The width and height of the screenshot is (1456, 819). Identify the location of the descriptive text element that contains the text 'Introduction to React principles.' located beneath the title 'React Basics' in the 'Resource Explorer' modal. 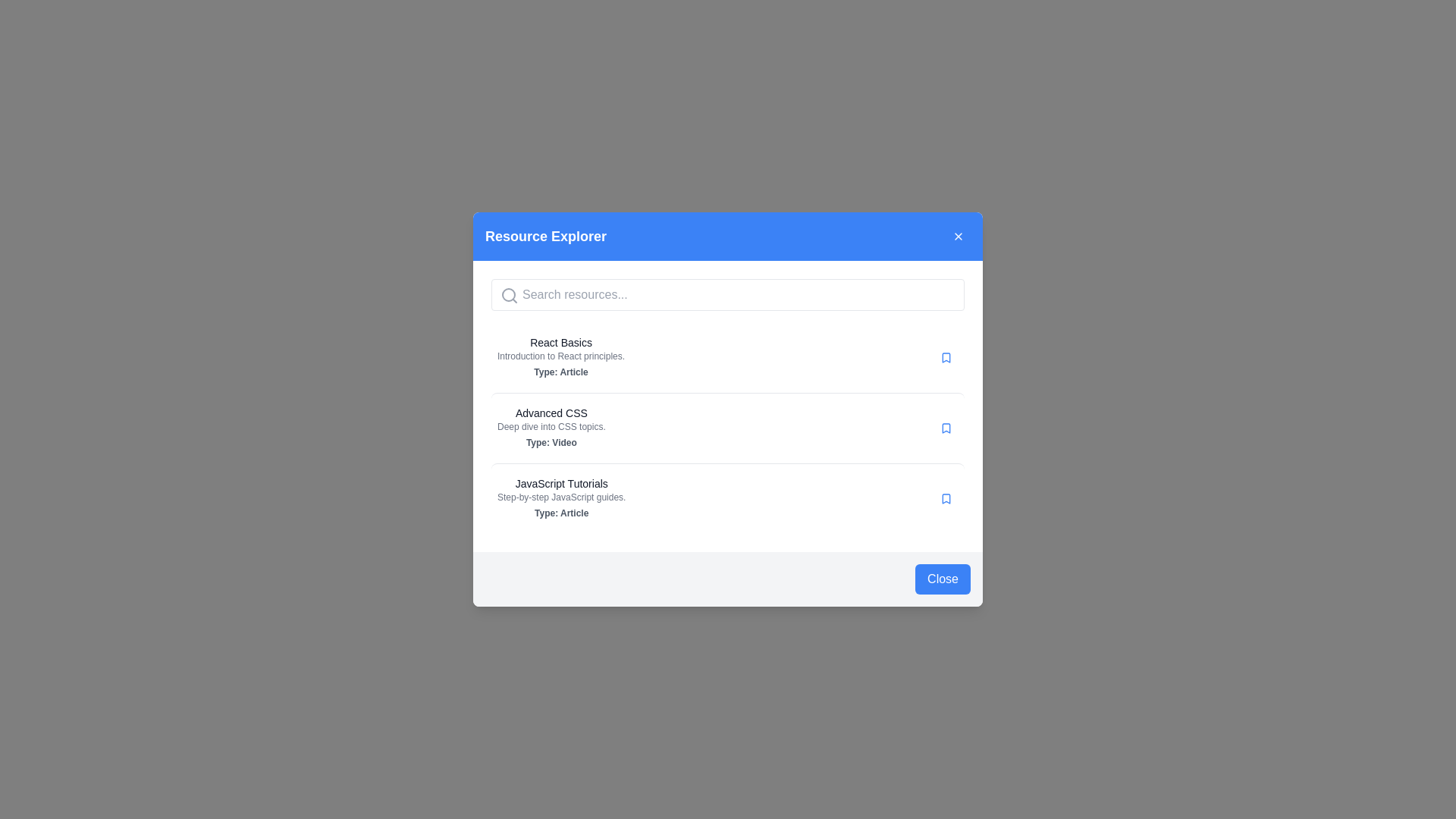
(560, 356).